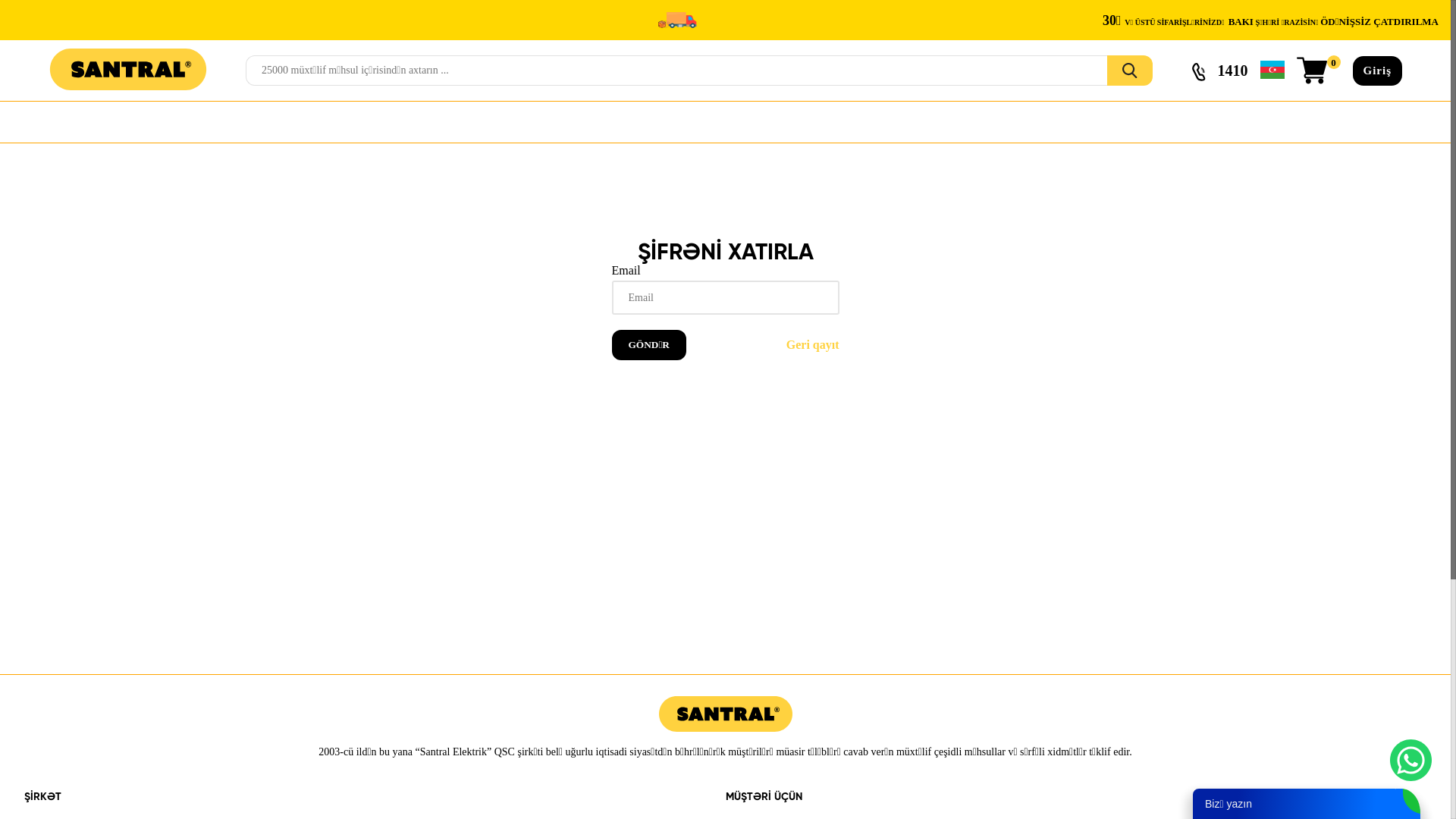 Image resolution: width=1456 pixels, height=819 pixels. I want to click on '1410', so click(1219, 71).